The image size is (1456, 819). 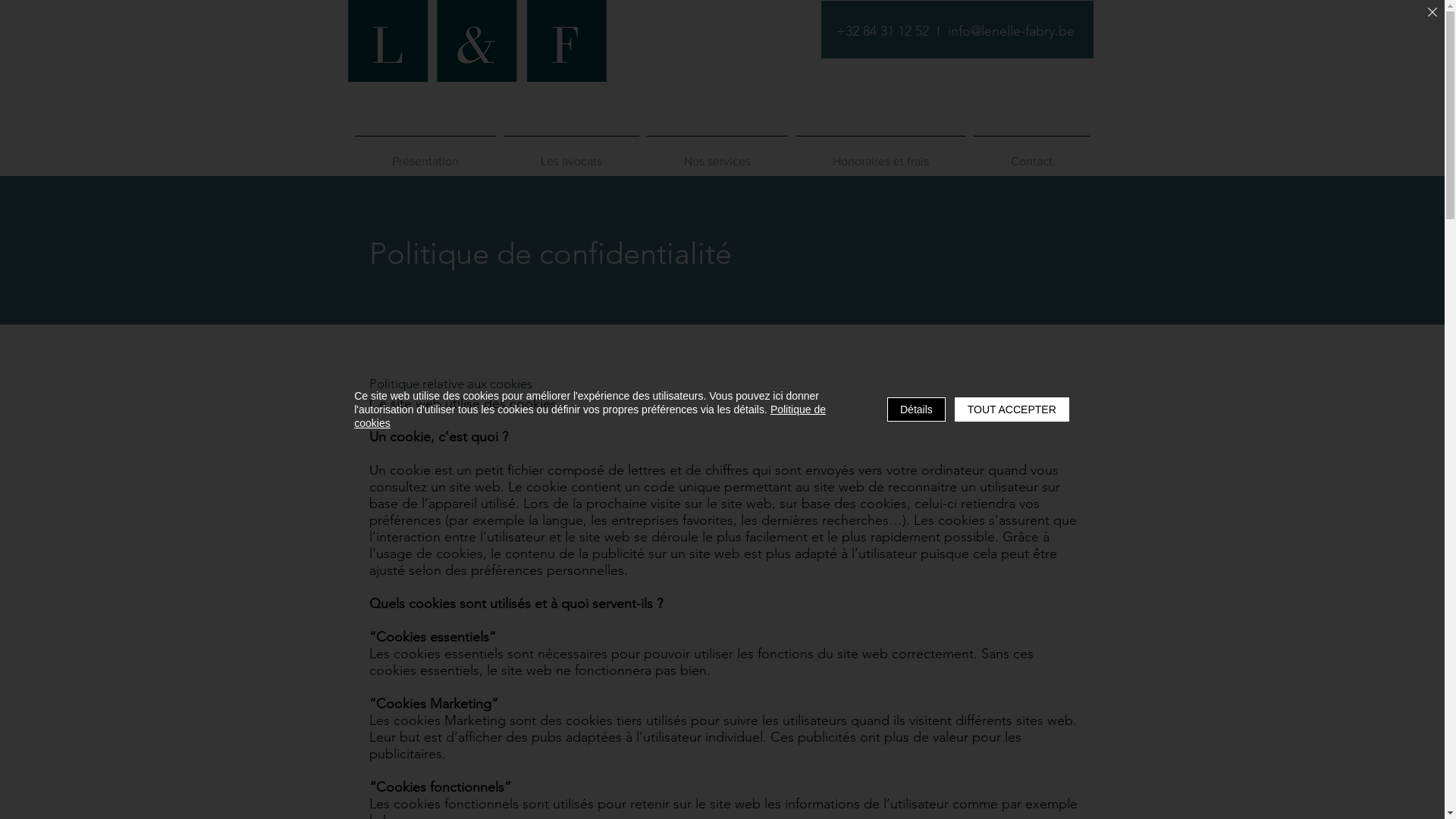 What do you see at coordinates (1012, 409) in the screenshot?
I see `'TOUT ACCEPTER'` at bounding box center [1012, 409].